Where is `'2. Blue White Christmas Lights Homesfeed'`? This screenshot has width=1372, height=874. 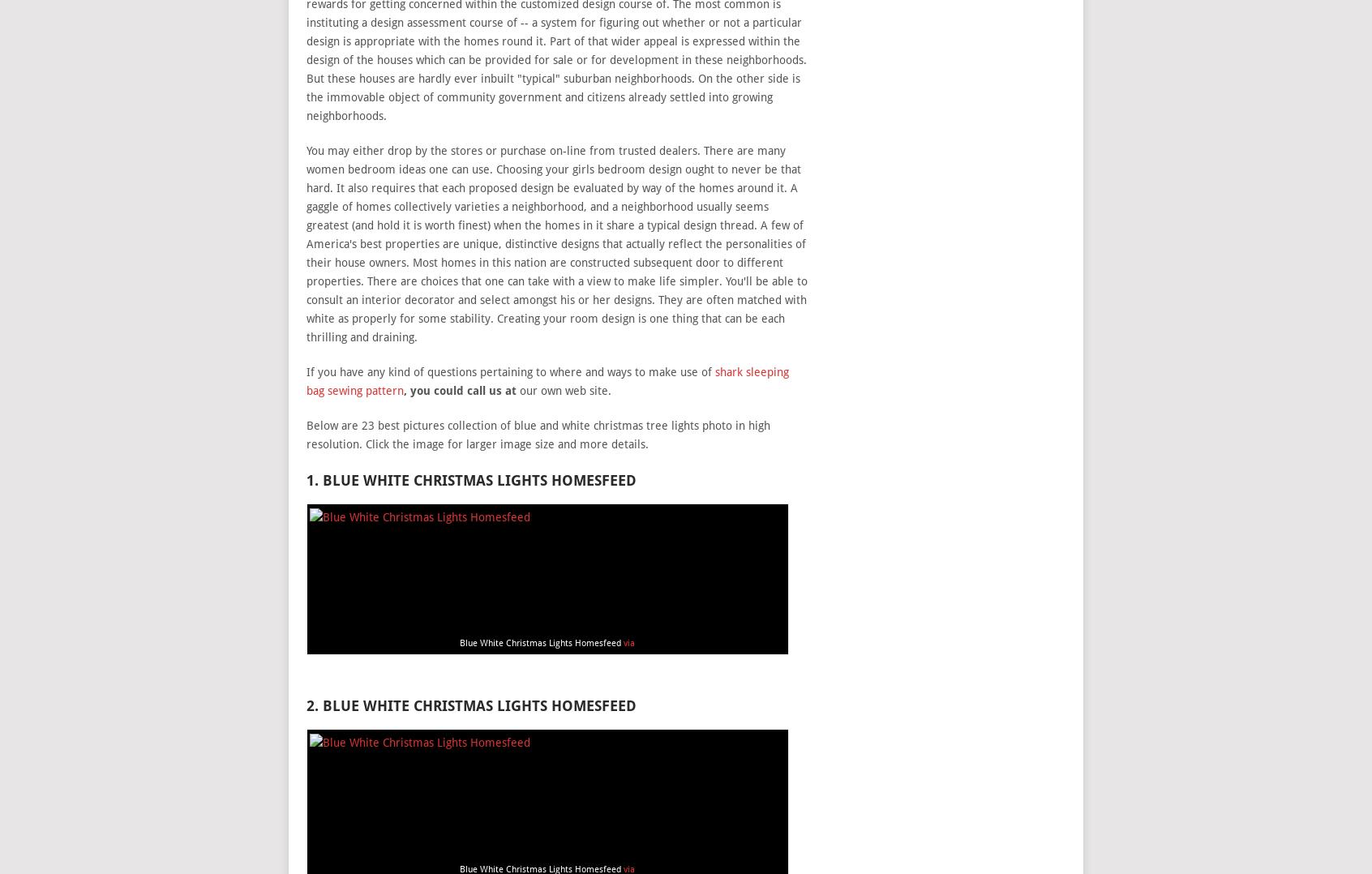
'2. Blue White Christmas Lights Homesfeed' is located at coordinates (469, 705).